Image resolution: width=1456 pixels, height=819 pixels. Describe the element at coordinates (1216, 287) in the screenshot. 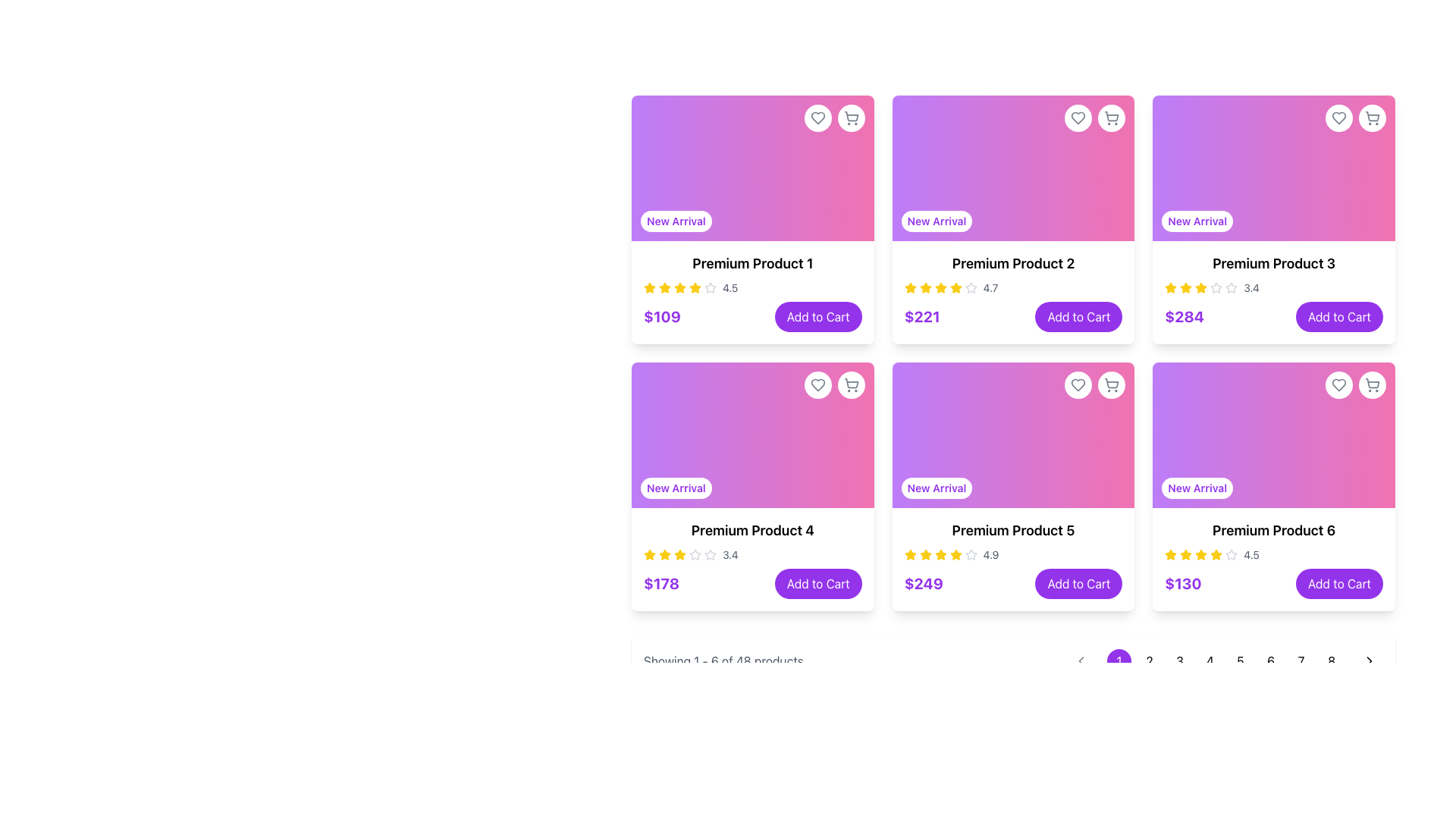

I see `the third star icon in the rating system for the product labeled 'Premium Product 3' to interact with the rating system` at that location.